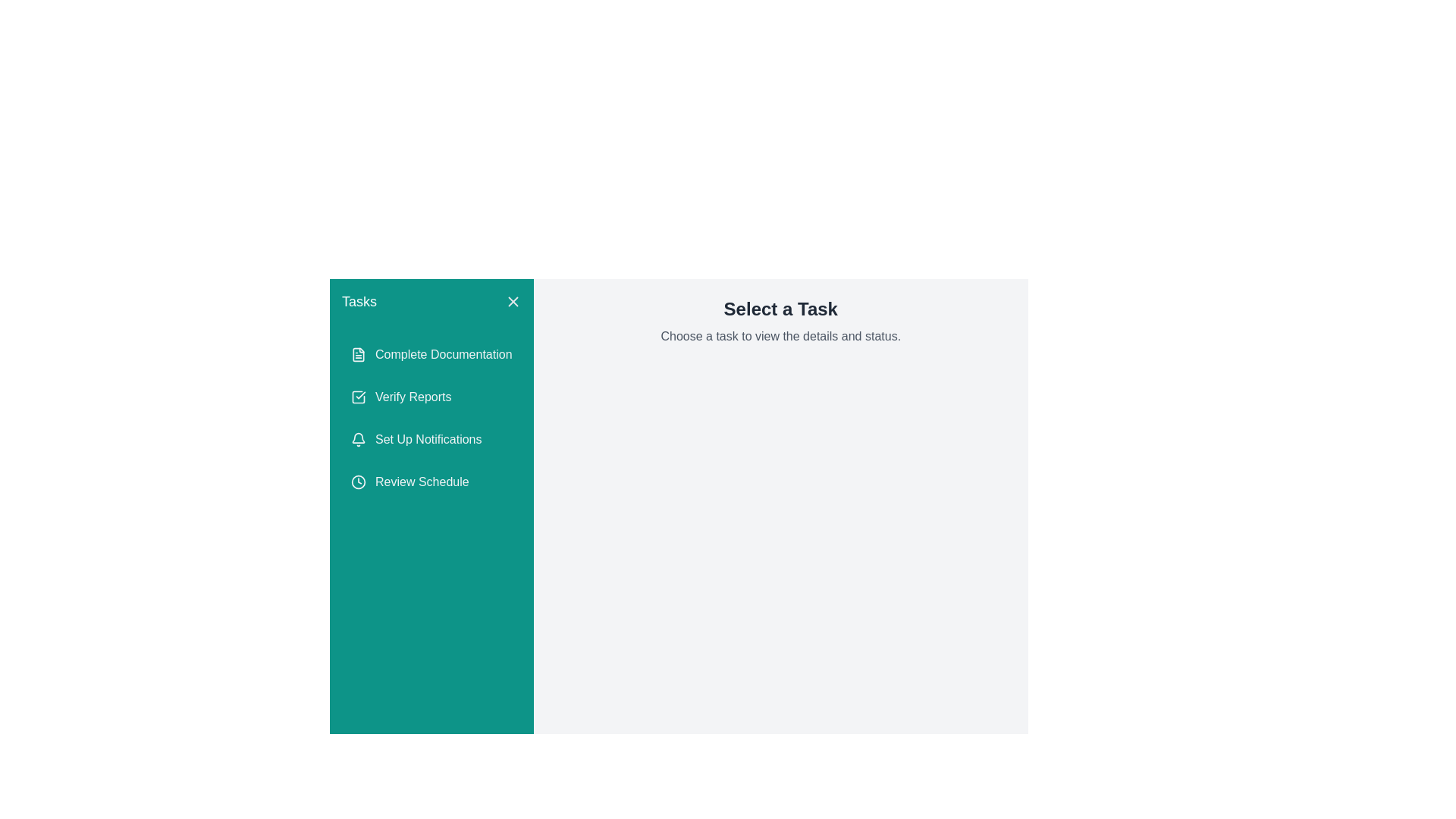 This screenshot has width=1456, height=819. What do you see at coordinates (431, 439) in the screenshot?
I see `the third navigation button in the teal sidebar that leads to the 'Set Up Notifications' page or dialog` at bounding box center [431, 439].